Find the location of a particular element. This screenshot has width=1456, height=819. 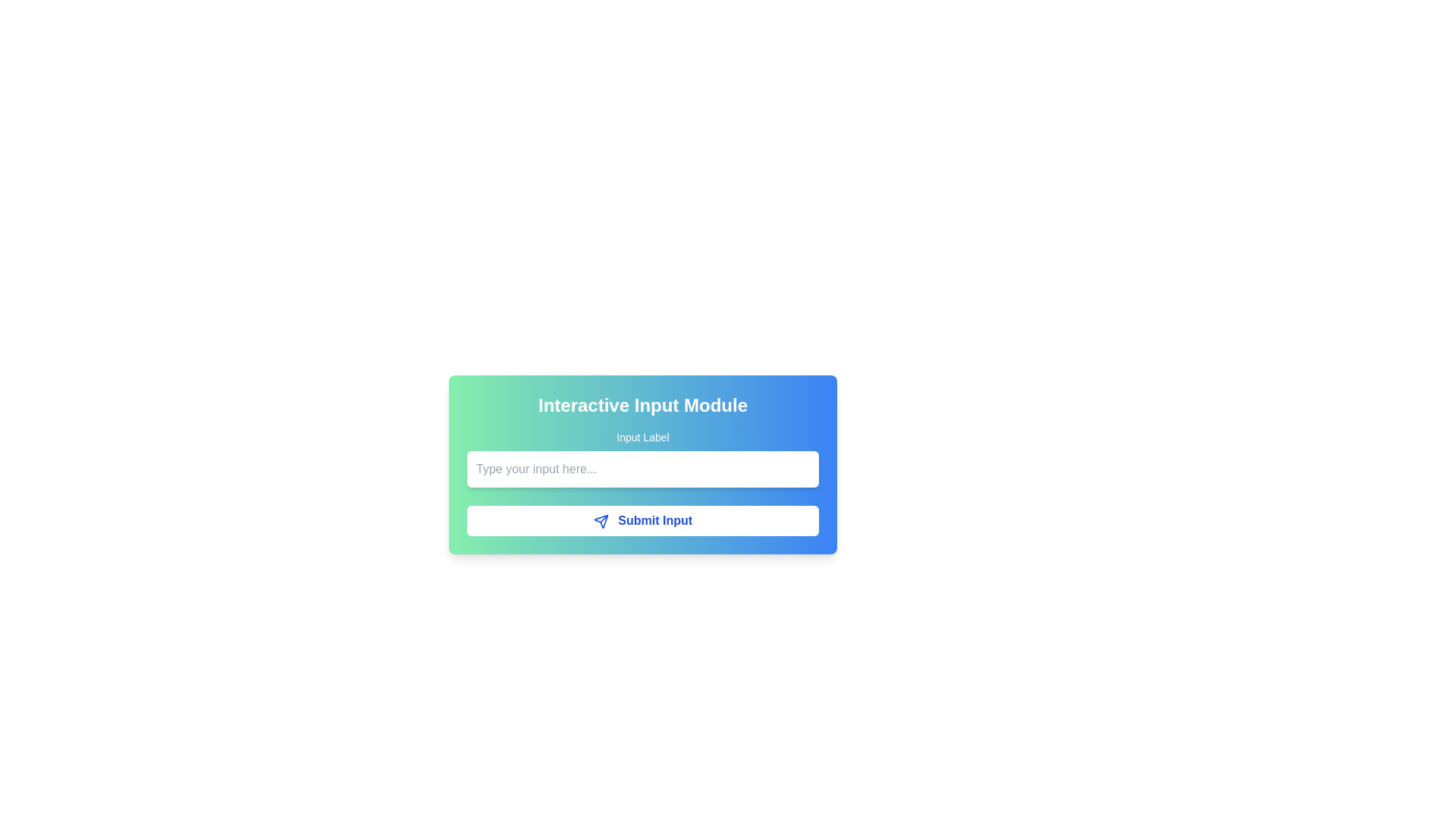

the blue-colored send icon that resembles a paper plane, located within the 'Submit Input' button at the bottom-right of the interactive input module is located at coordinates (600, 520).